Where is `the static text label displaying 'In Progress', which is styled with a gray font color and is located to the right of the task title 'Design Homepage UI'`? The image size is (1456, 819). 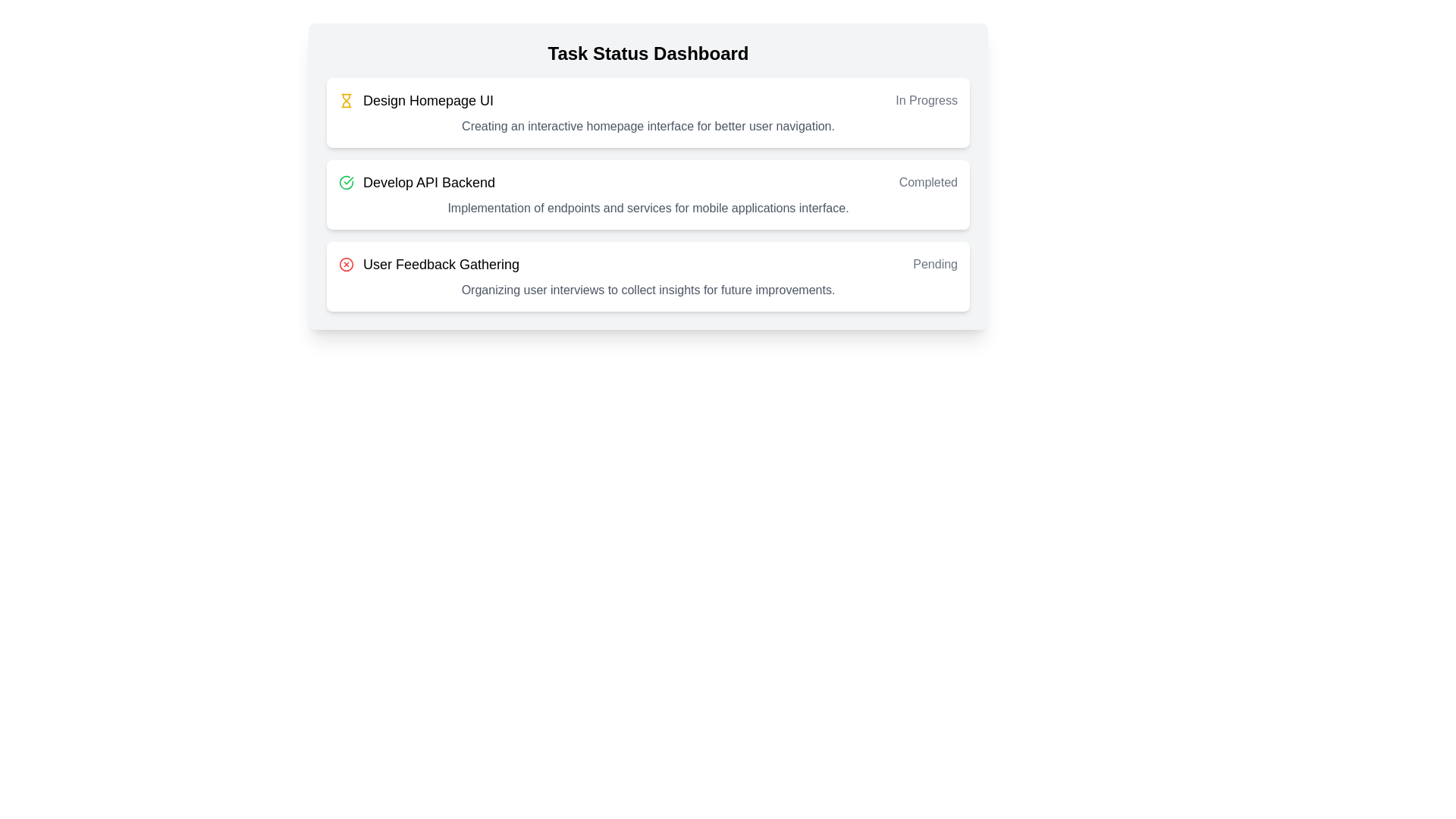
the static text label displaying 'In Progress', which is styled with a gray font color and is located to the right of the task title 'Design Homepage UI' is located at coordinates (926, 100).